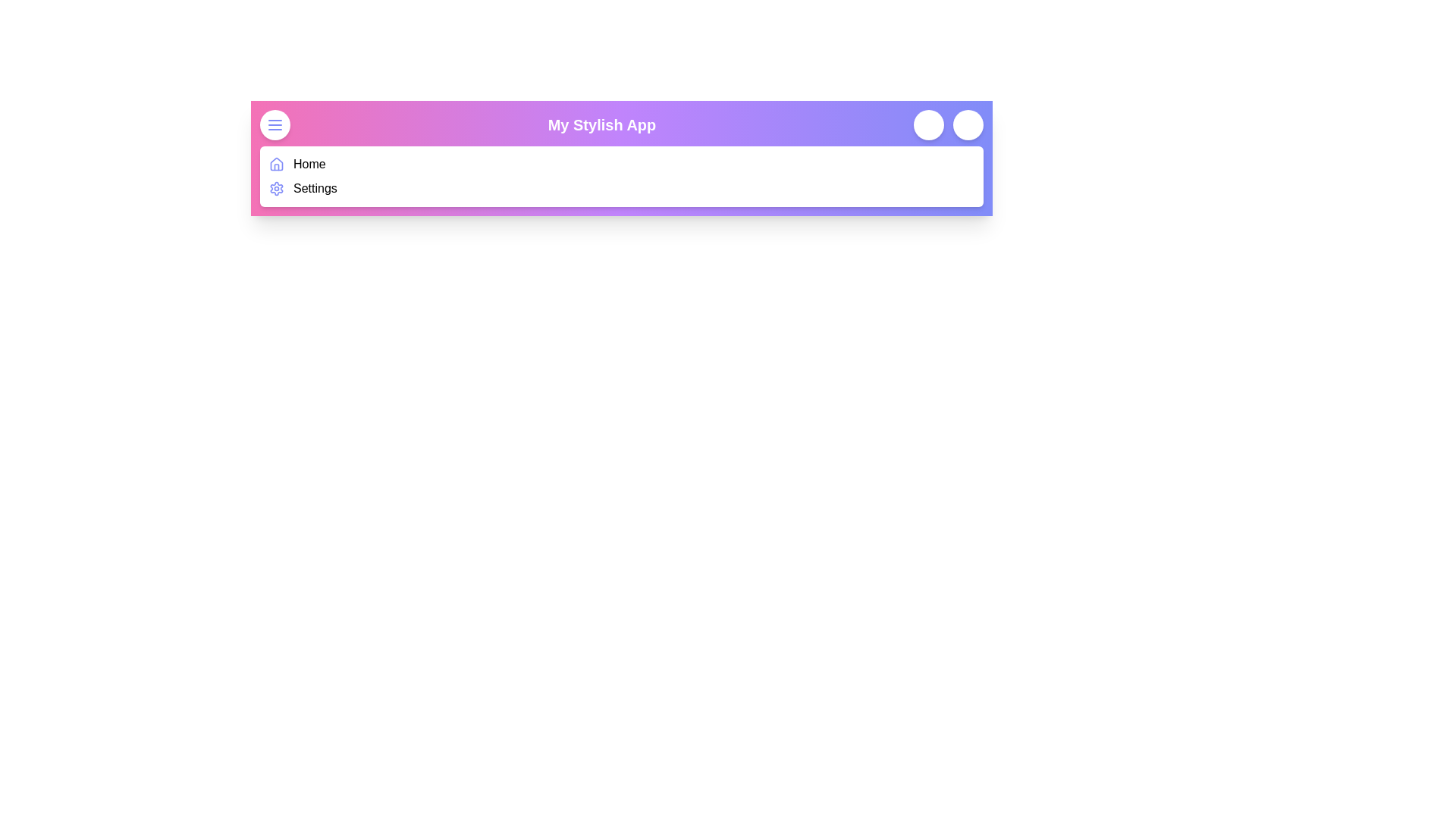 The width and height of the screenshot is (1456, 819). I want to click on the 'Settings' menu item in the navigation bar, so click(313, 188).